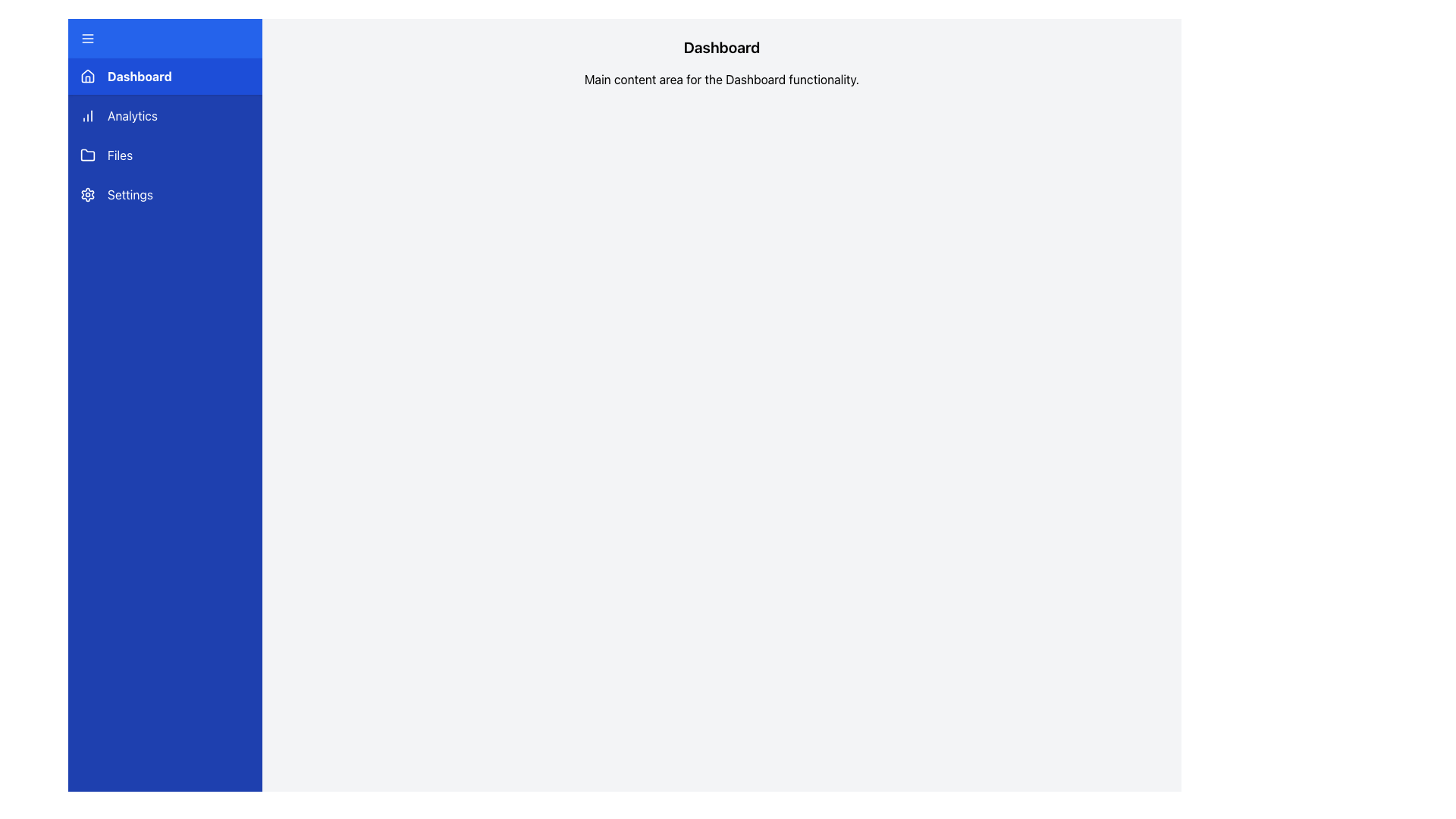  What do you see at coordinates (86, 155) in the screenshot?
I see `the blue folder icon in the left navigation panel, located next to the 'Files' text link` at bounding box center [86, 155].